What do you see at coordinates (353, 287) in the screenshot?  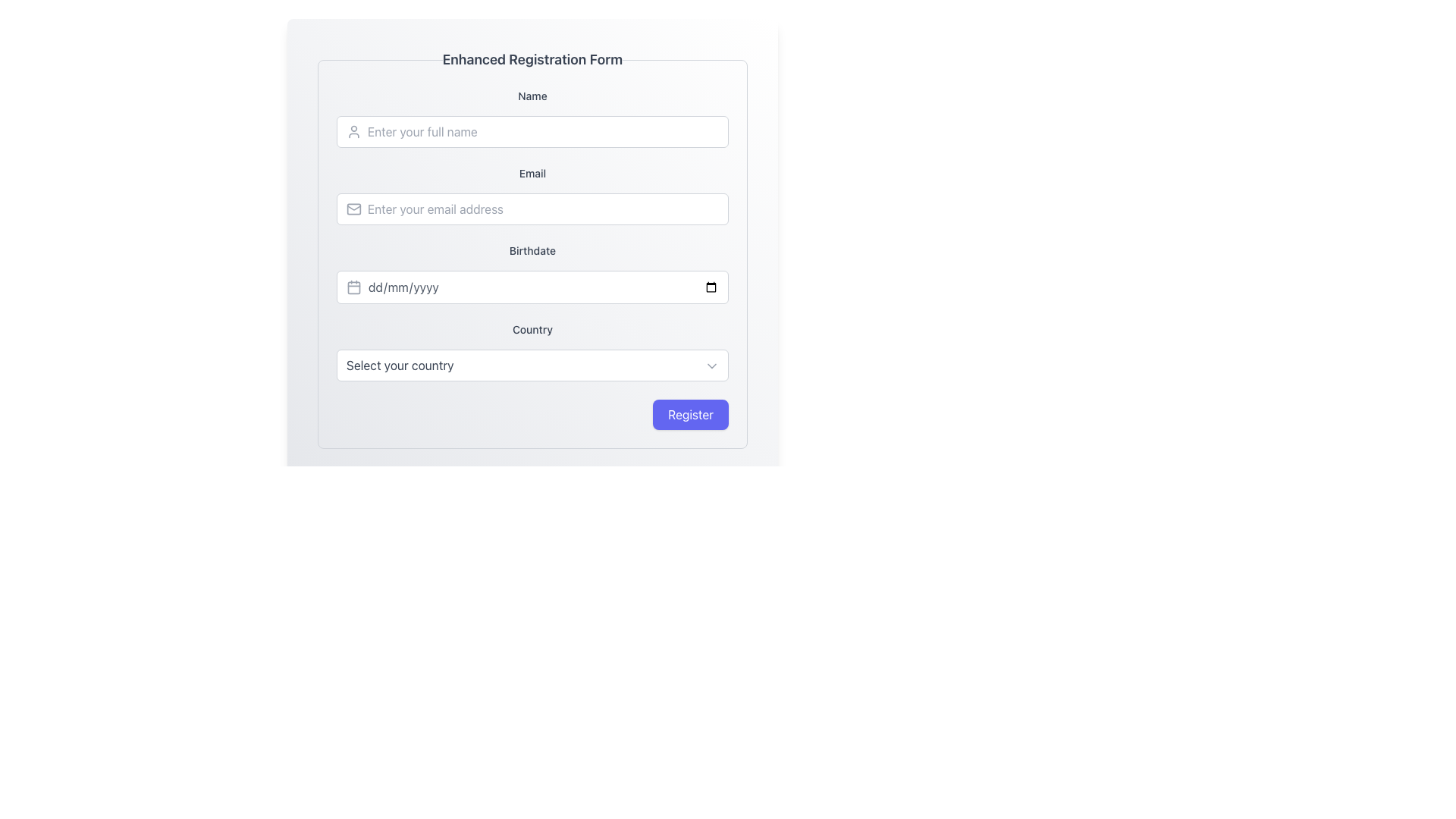 I see `the filled rectangular calendar icon located to the left of the 'Birthdate' input field` at bounding box center [353, 287].